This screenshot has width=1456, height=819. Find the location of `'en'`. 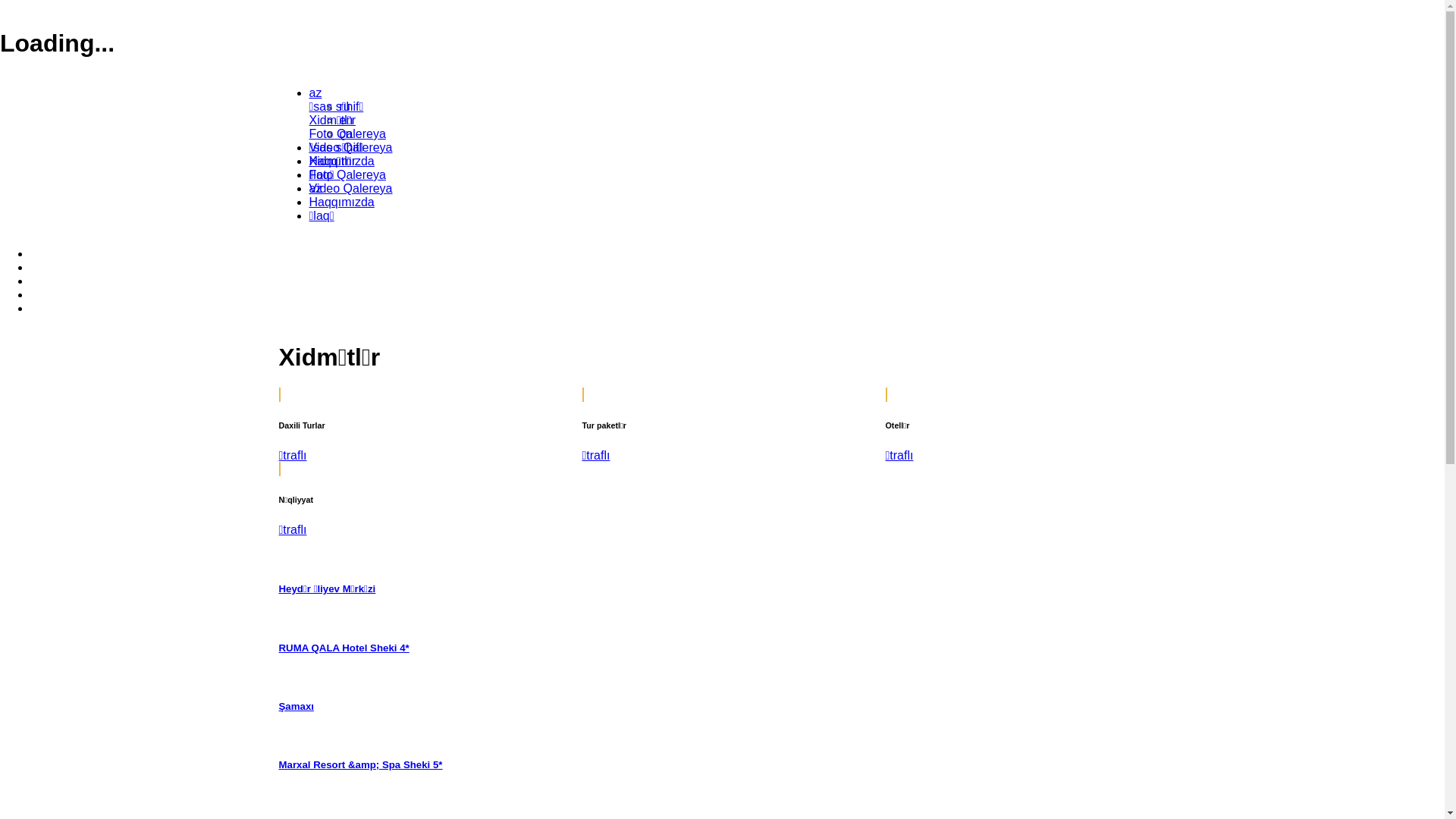

'en' is located at coordinates (345, 119).